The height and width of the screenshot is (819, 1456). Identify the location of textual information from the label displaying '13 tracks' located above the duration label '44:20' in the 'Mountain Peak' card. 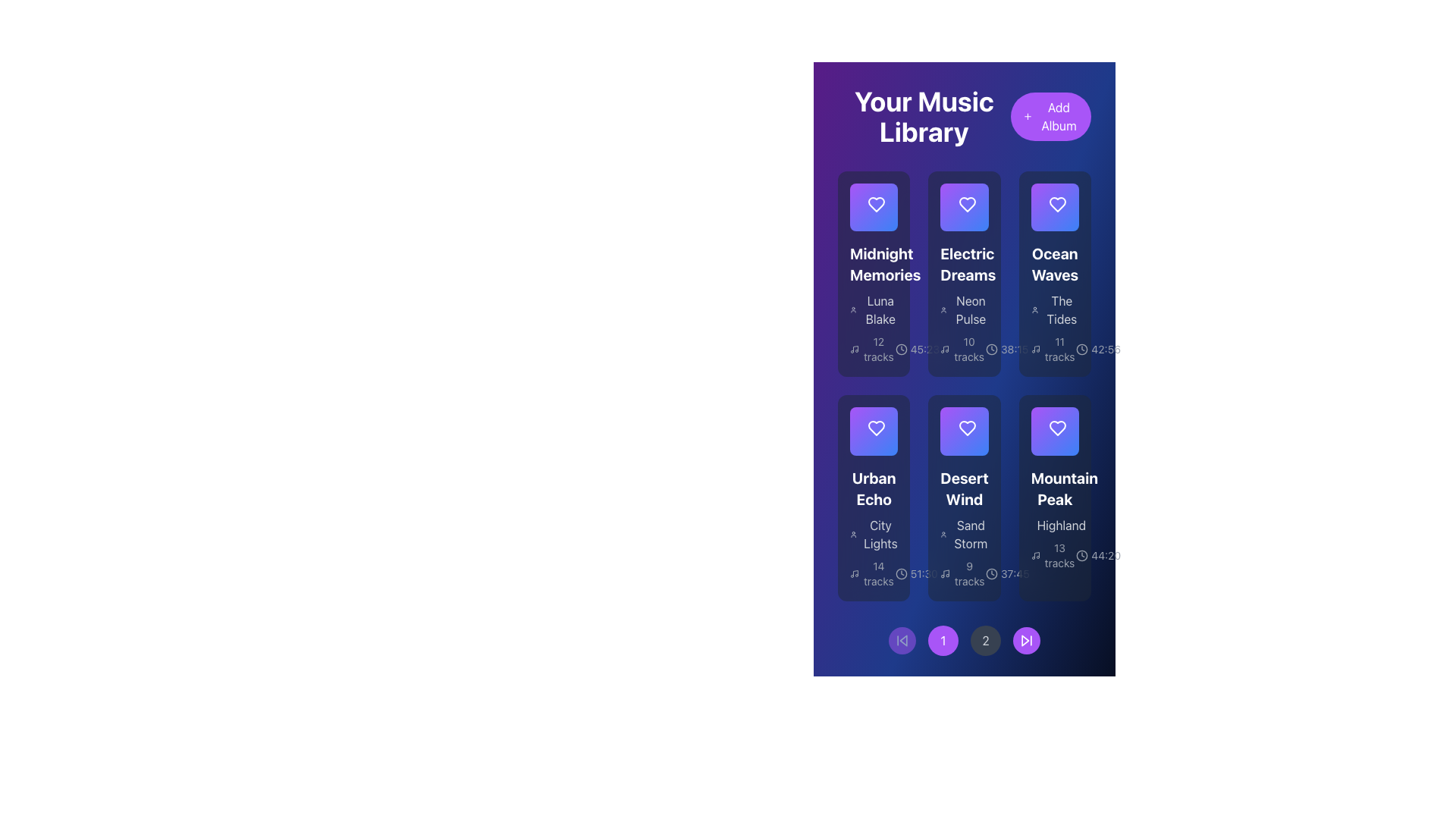
(1054, 555).